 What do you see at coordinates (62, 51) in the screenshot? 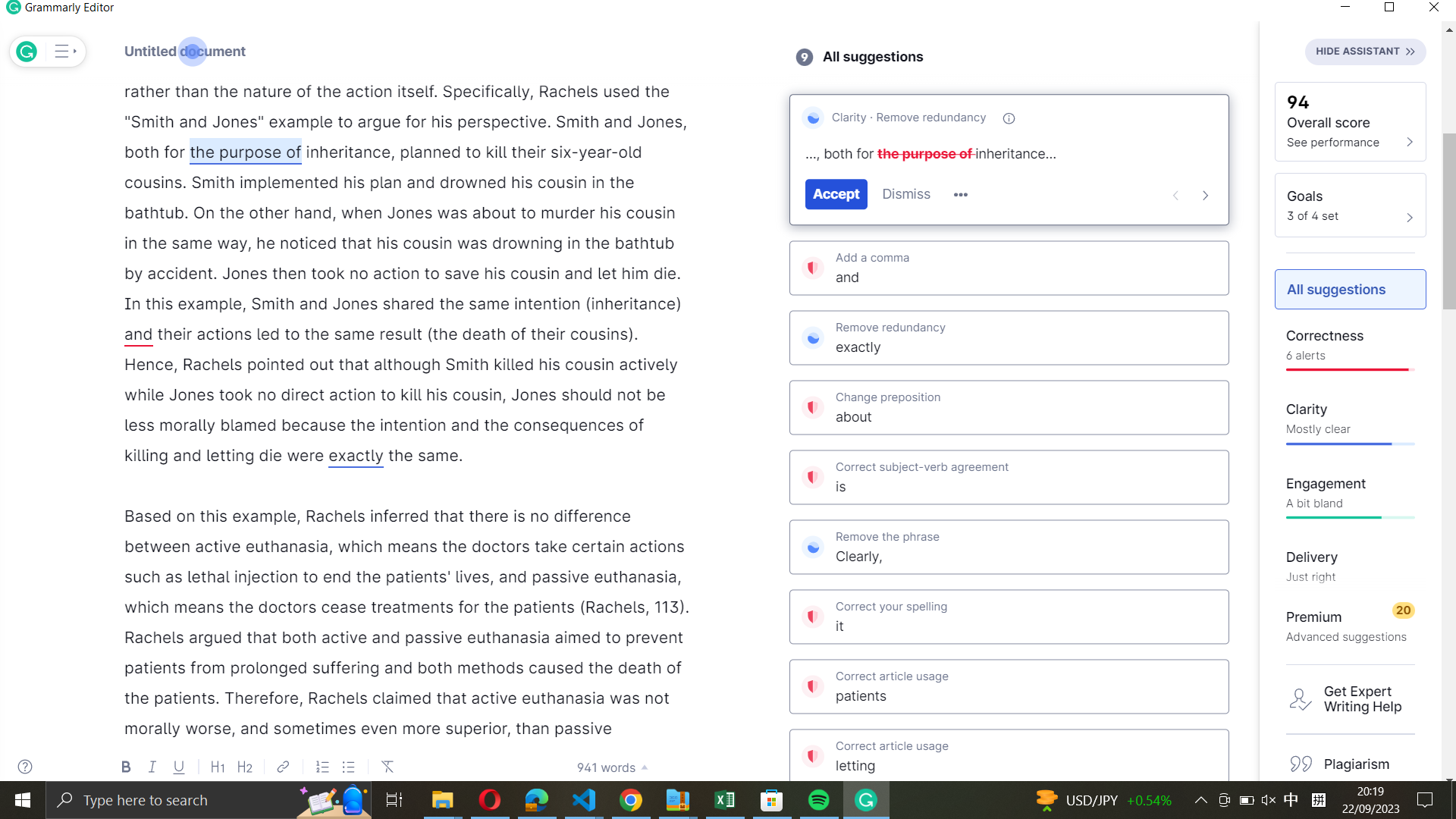
I see `Show more of Grammarly"s recommendations` at bounding box center [62, 51].